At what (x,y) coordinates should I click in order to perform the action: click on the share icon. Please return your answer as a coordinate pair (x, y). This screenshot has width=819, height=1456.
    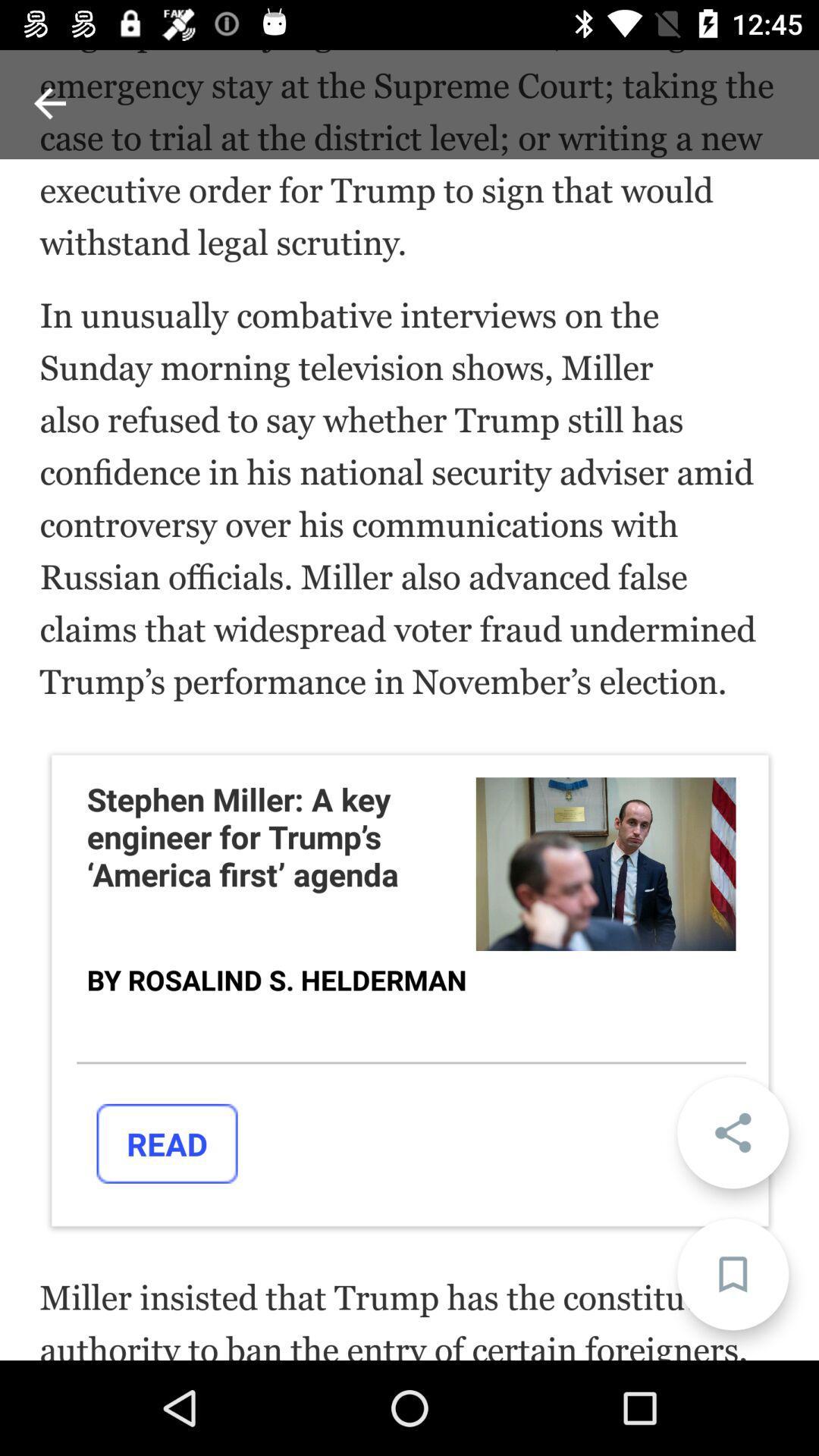
    Looking at the image, I should click on (732, 1132).